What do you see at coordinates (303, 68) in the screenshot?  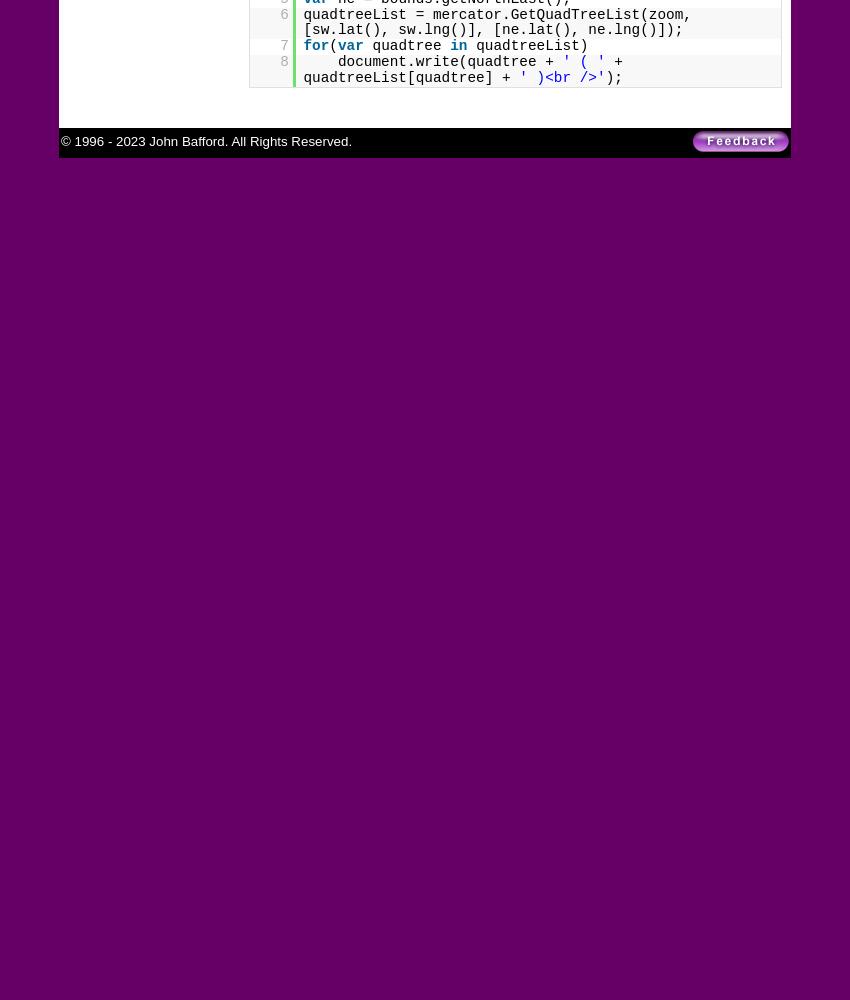 I see `'+ quadtreeList[quadtree] +'` at bounding box center [303, 68].